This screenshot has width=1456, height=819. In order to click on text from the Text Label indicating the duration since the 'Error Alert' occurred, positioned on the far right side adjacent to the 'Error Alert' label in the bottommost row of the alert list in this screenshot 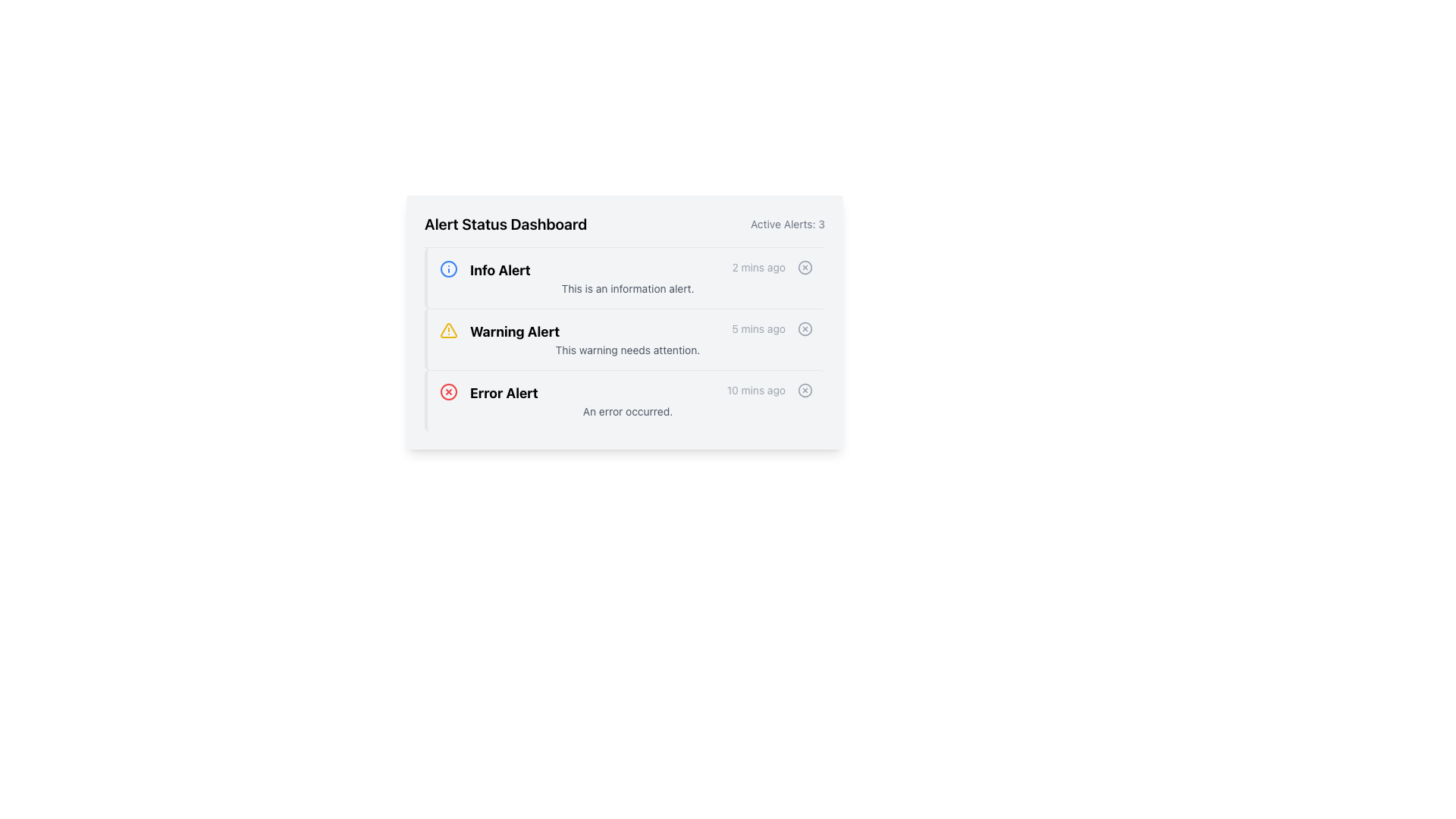, I will do `click(756, 393)`.